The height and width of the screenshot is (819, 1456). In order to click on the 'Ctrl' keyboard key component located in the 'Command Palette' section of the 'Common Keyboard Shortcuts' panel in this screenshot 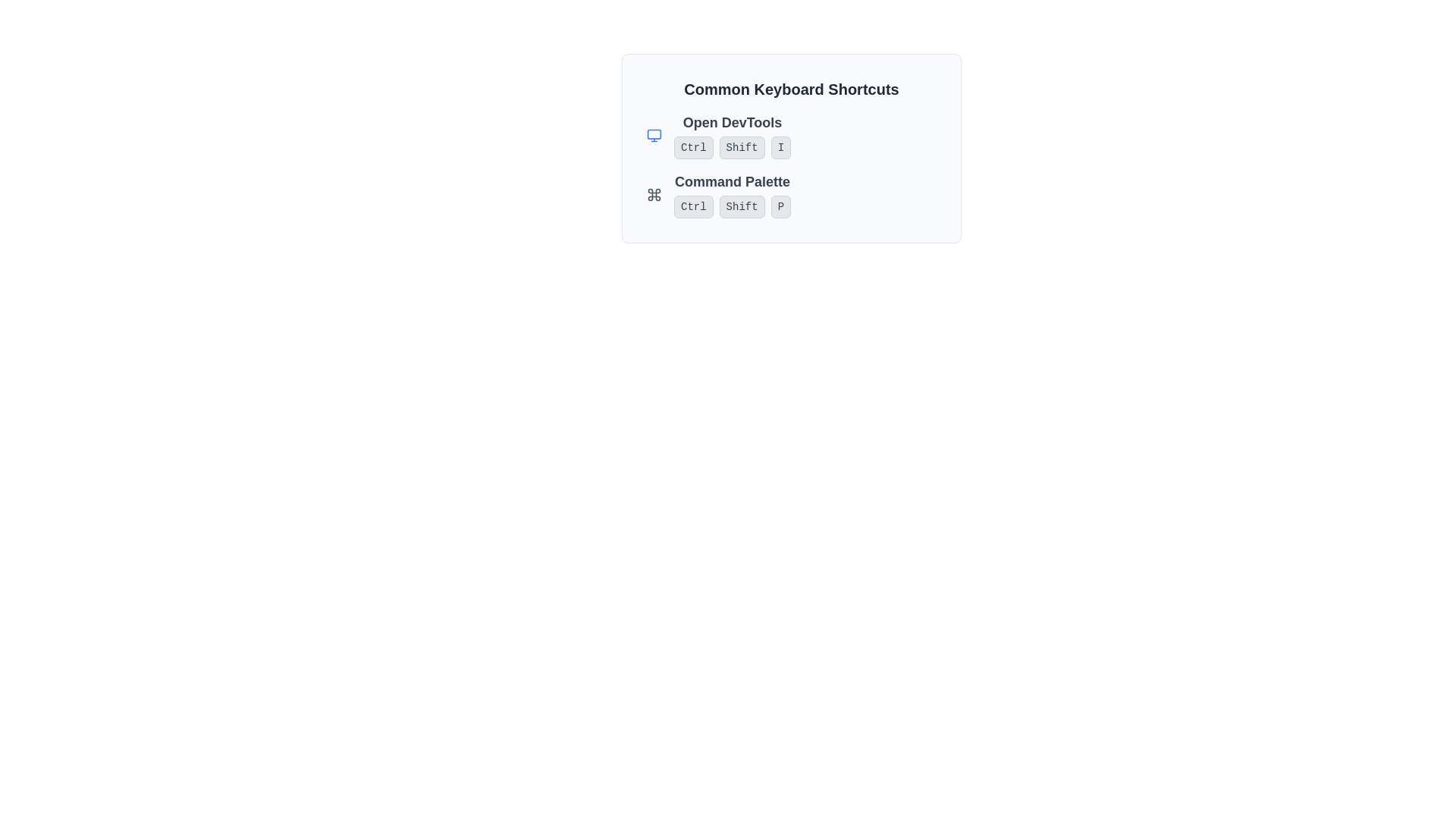, I will do `click(692, 207)`.